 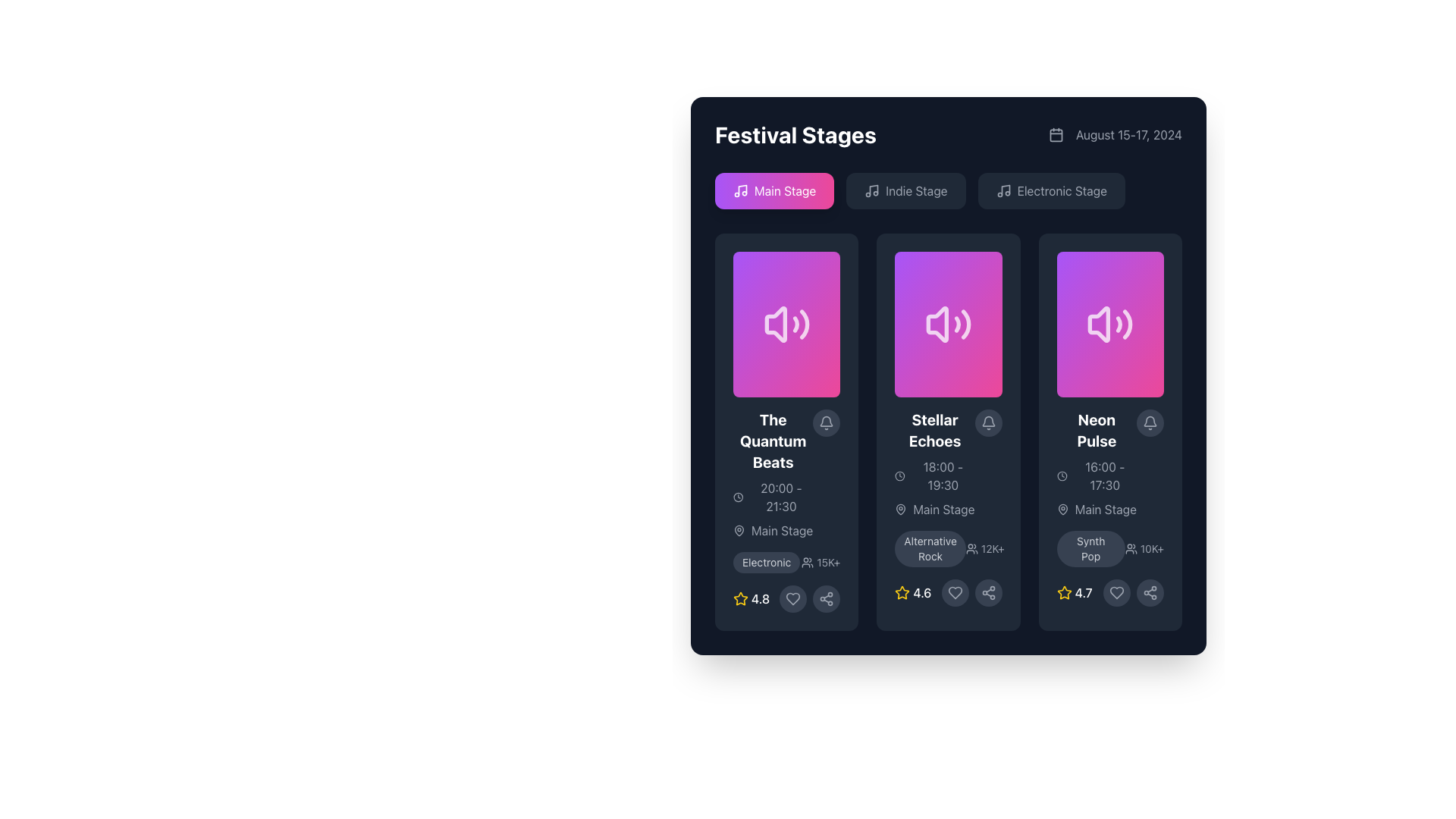 What do you see at coordinates (792, 598) in the screenshot?
I see `the heart icon button located at the bottom-right section of the card to potentially view a tooltip or trigger a visual effect` at bounding box center [792, 598].